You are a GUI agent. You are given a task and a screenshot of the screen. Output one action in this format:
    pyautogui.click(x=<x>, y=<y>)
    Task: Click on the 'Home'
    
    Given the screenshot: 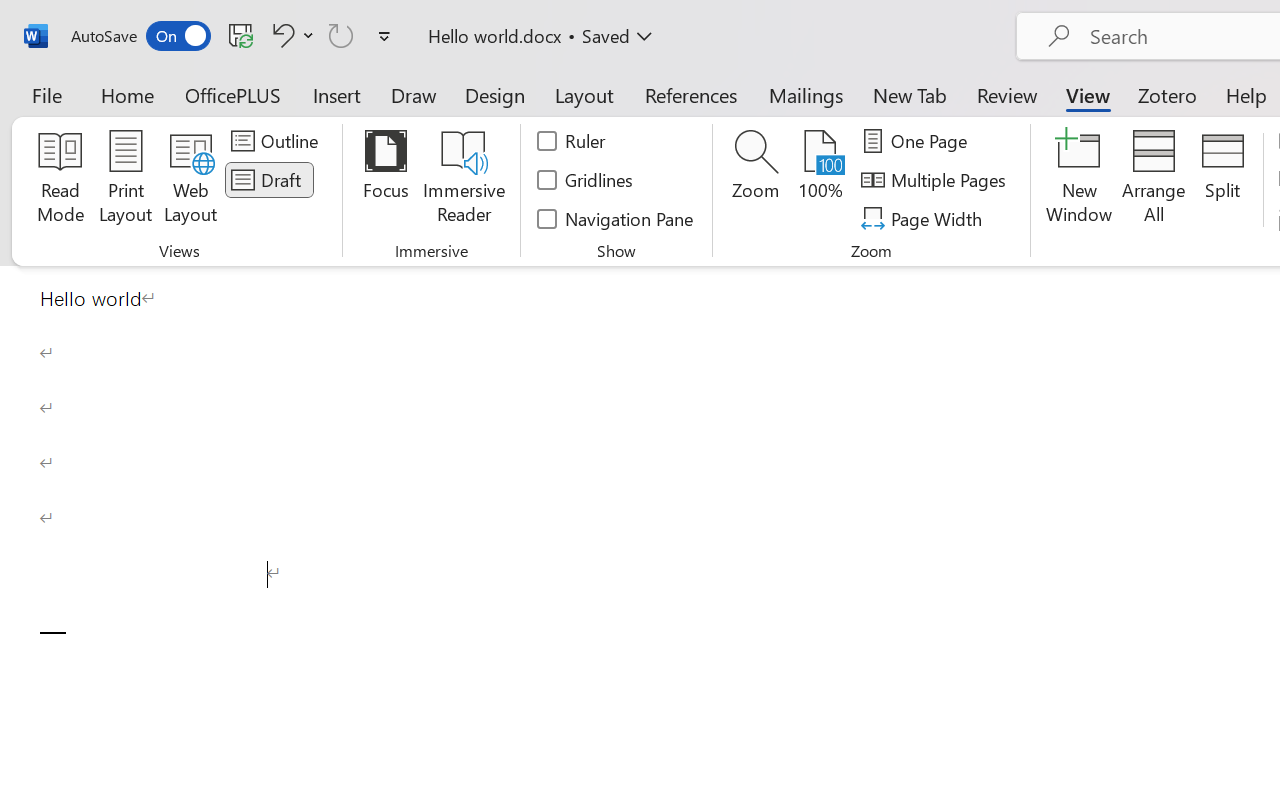 What is the action you would take?
    pyautogui.click(x=127, y=94)
    